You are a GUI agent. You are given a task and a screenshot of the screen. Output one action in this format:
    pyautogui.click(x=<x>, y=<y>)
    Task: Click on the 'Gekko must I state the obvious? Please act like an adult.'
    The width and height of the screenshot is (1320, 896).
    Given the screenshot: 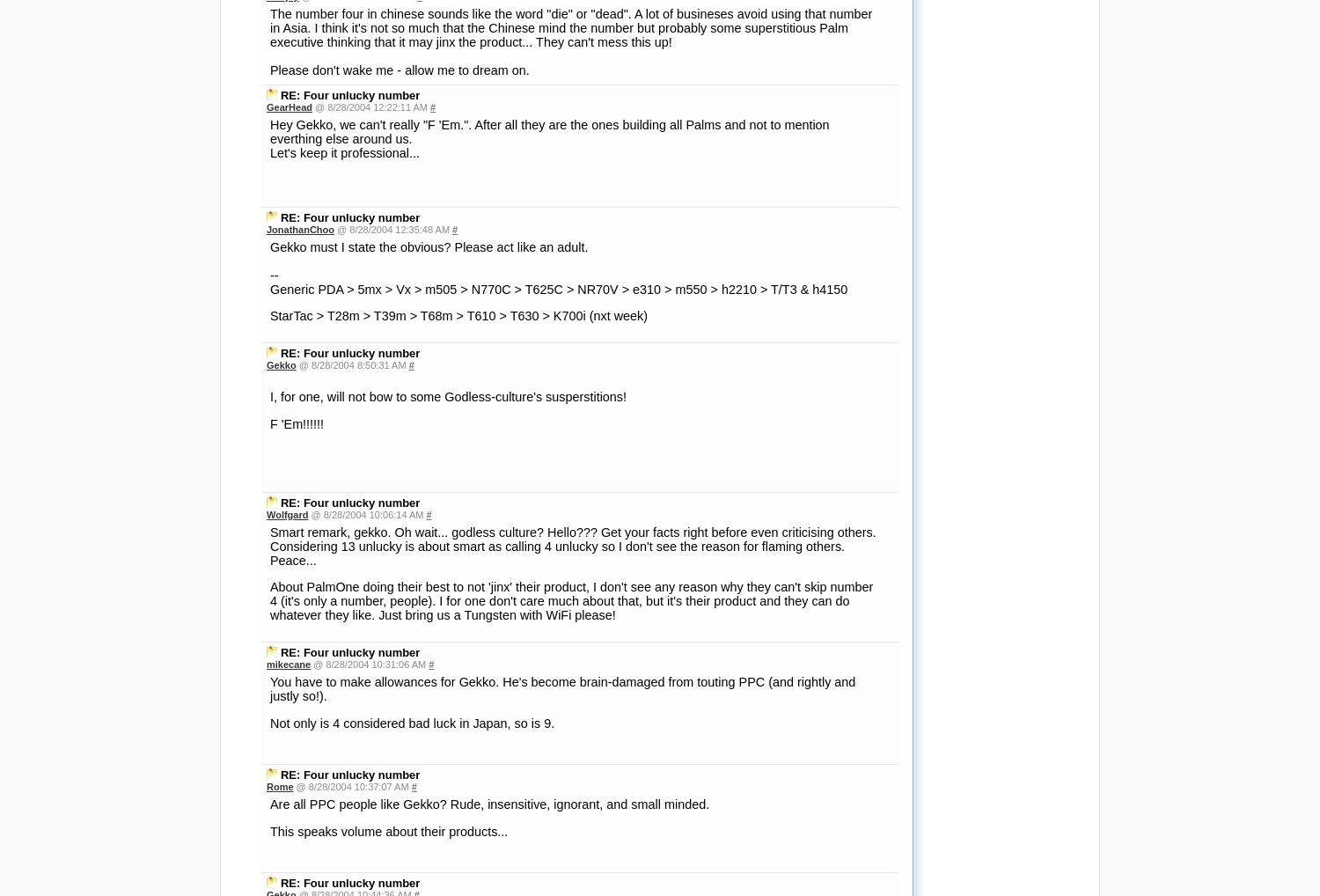 What is the action you would take?
    pyautogui.click(x=428, y=246)
    